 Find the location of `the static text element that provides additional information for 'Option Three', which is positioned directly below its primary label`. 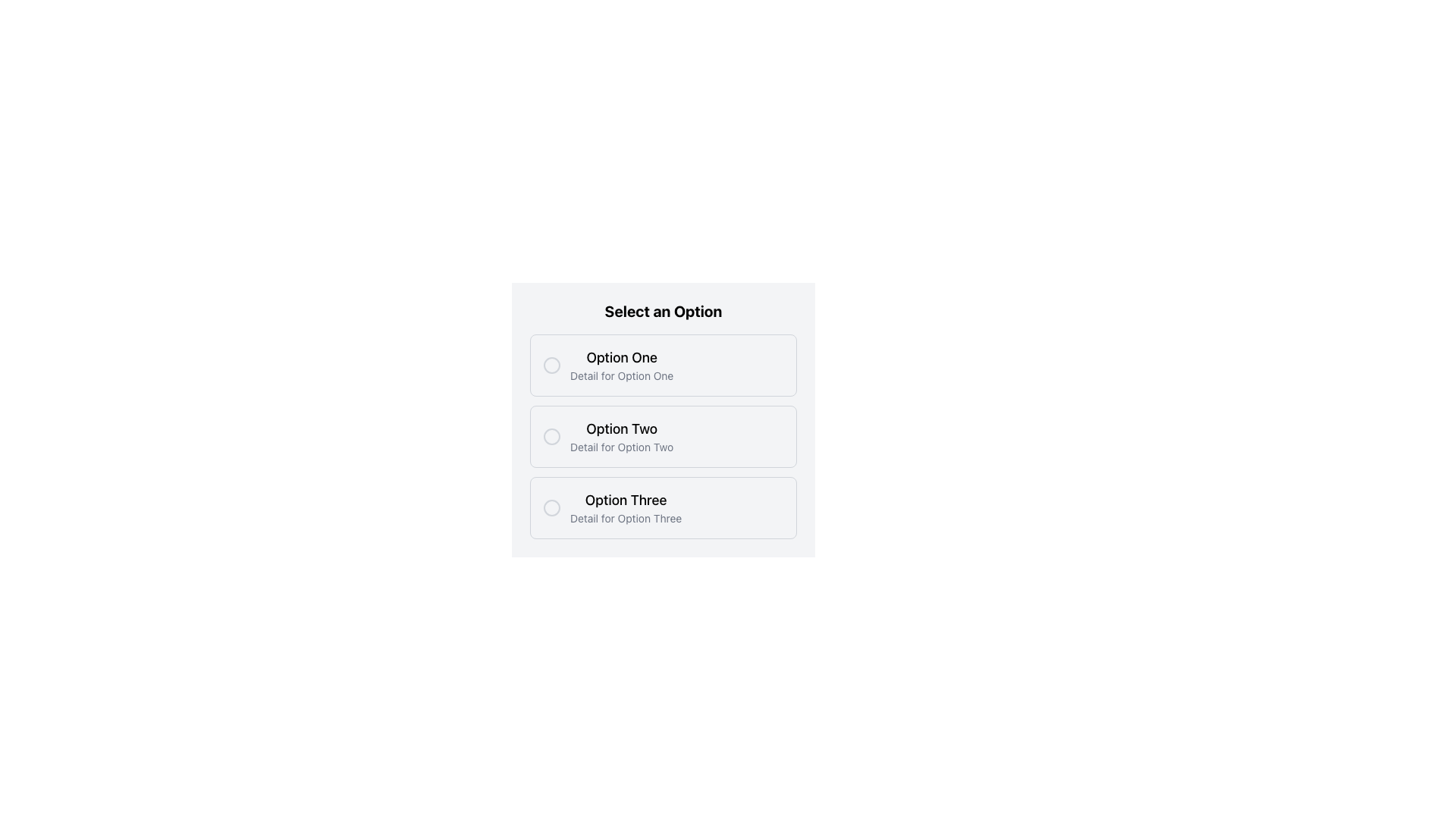

the static text element that provides additional information for 'Option Three', which is positioned directly below its primary label is located at coordinates (626, 517).